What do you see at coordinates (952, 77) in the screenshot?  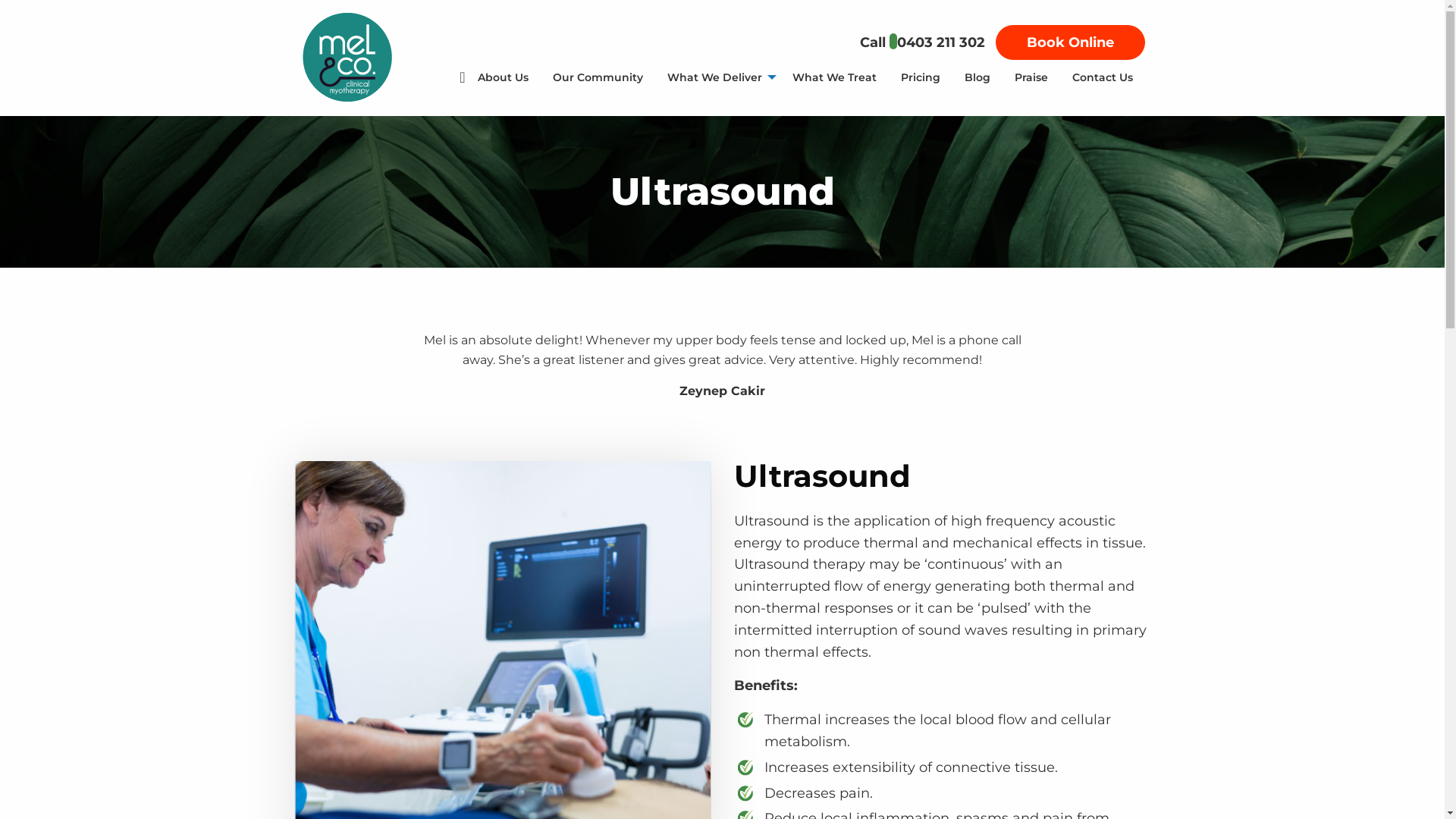 I see `'Blog'` at bounding box center [952, 77].